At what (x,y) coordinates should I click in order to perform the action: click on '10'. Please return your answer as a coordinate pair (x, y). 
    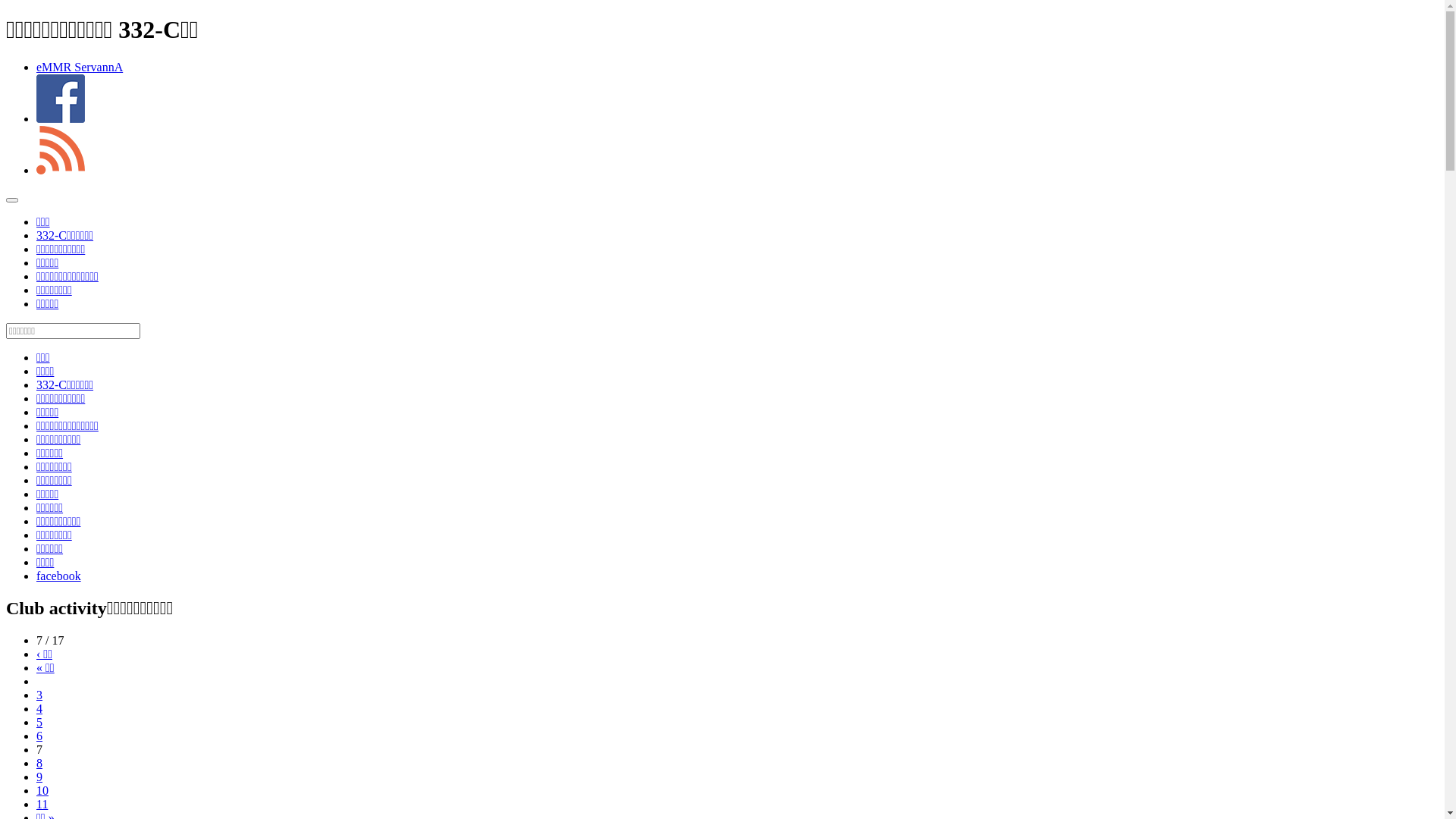
    Looking at the image, I should click on (42, 789).